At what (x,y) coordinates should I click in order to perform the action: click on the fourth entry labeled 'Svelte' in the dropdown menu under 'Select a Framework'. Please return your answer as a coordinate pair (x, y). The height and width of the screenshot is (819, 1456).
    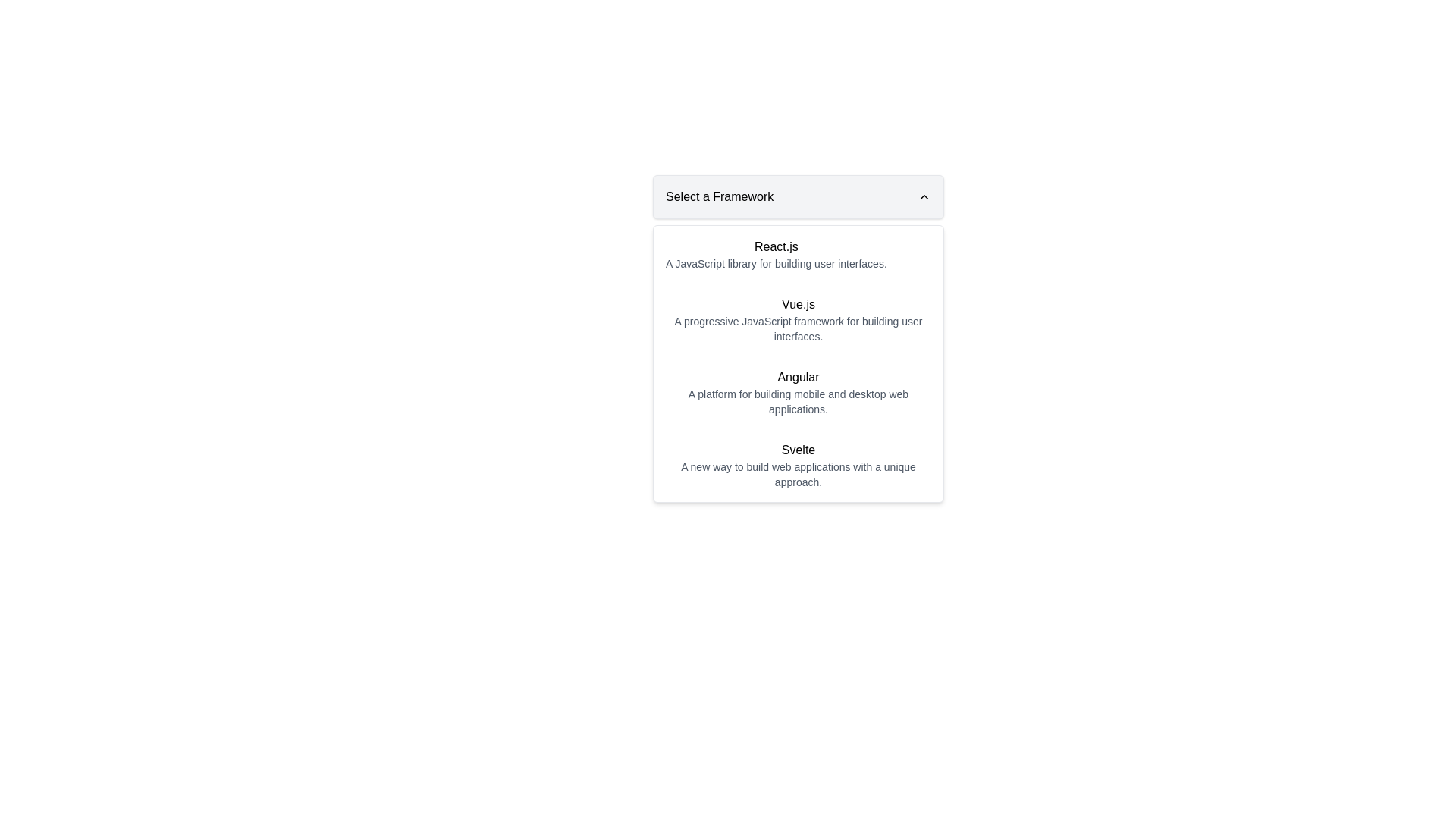
    Looking at the image, I should click on (797, 464).